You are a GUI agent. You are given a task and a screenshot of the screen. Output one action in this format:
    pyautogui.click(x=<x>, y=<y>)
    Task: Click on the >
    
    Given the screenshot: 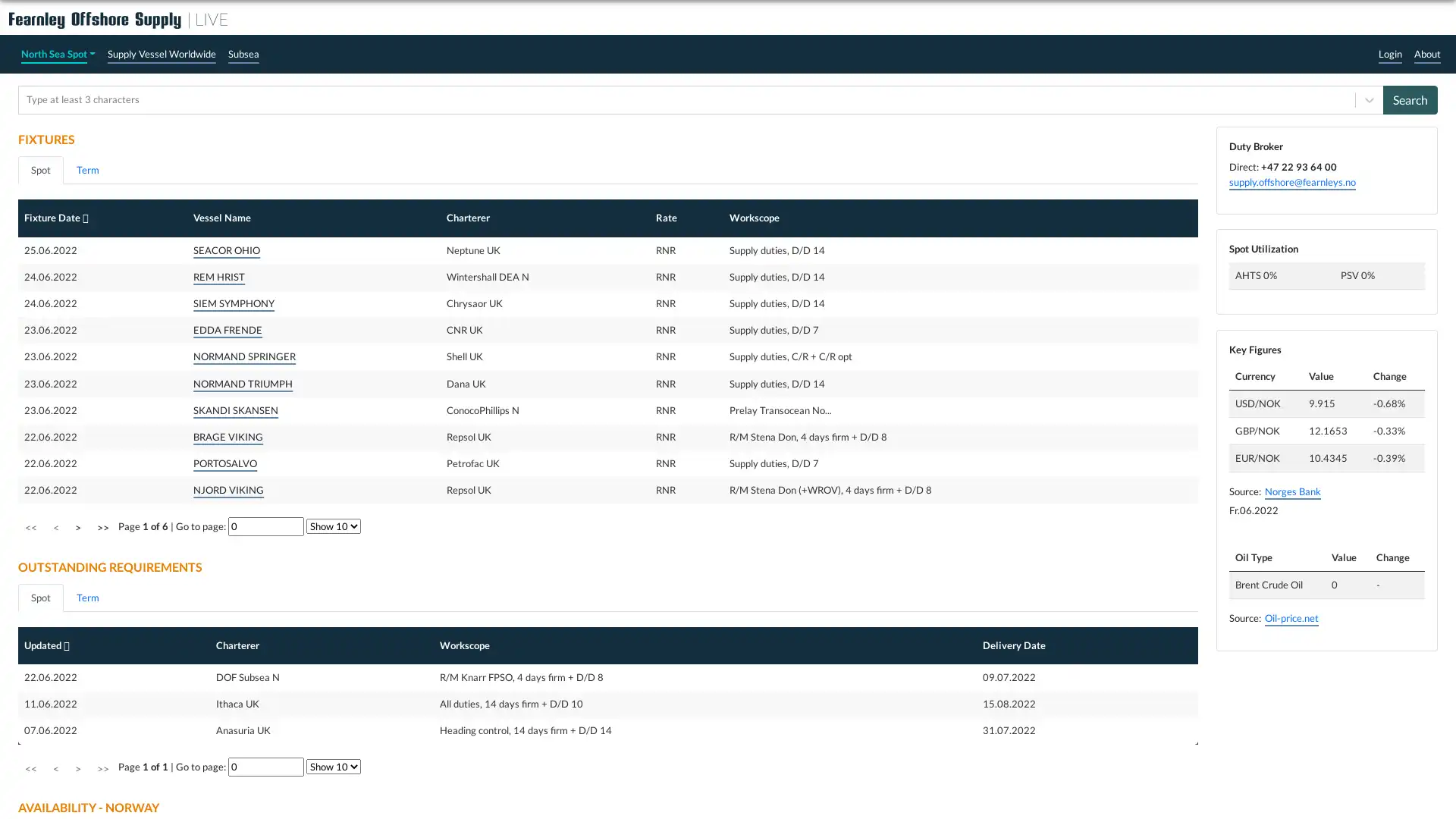 What is the action you would take?
    pyautogui.click(x=77, y=767)
    